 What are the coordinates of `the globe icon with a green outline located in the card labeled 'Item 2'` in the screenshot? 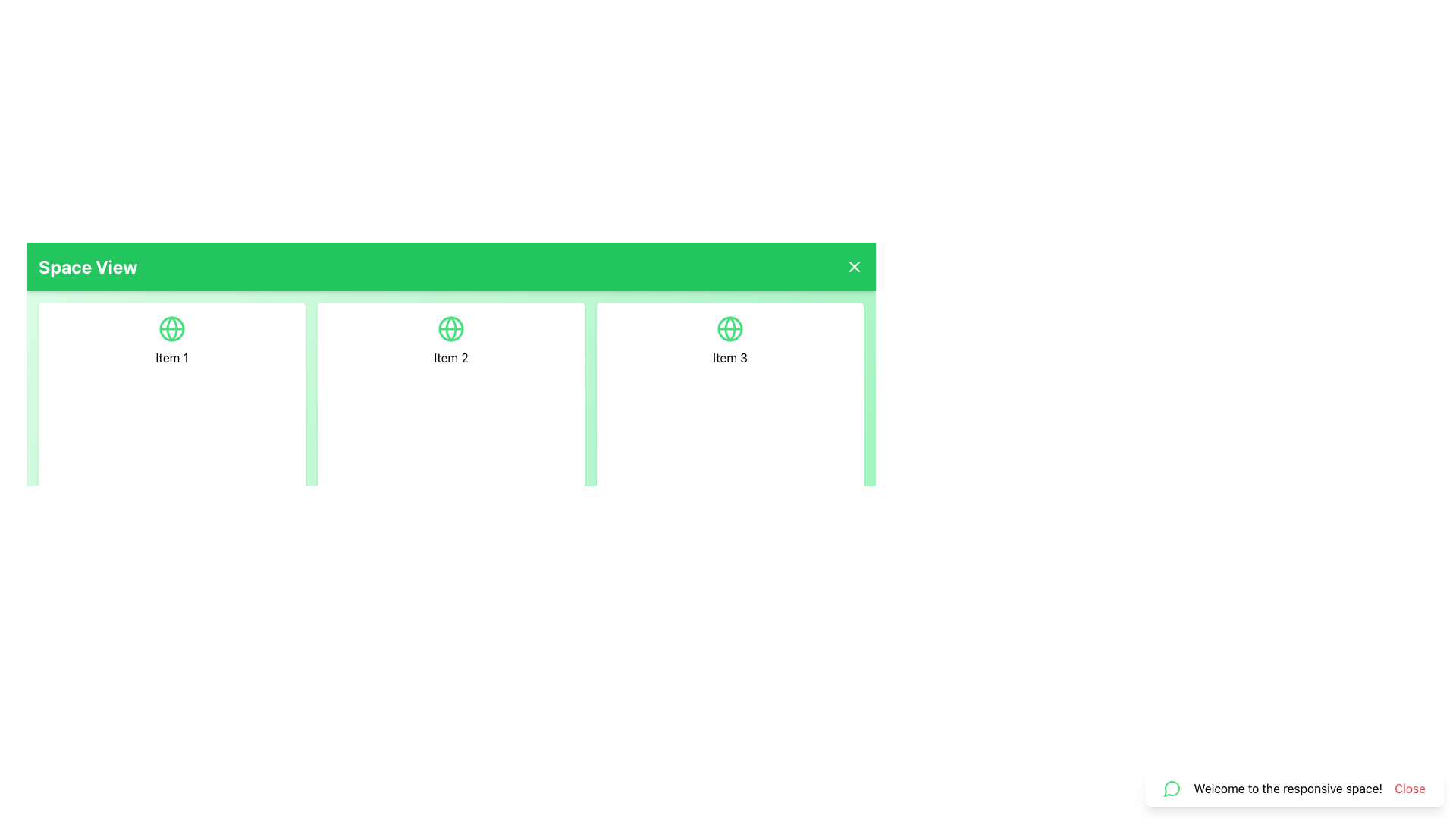 It's located at (450, 328).